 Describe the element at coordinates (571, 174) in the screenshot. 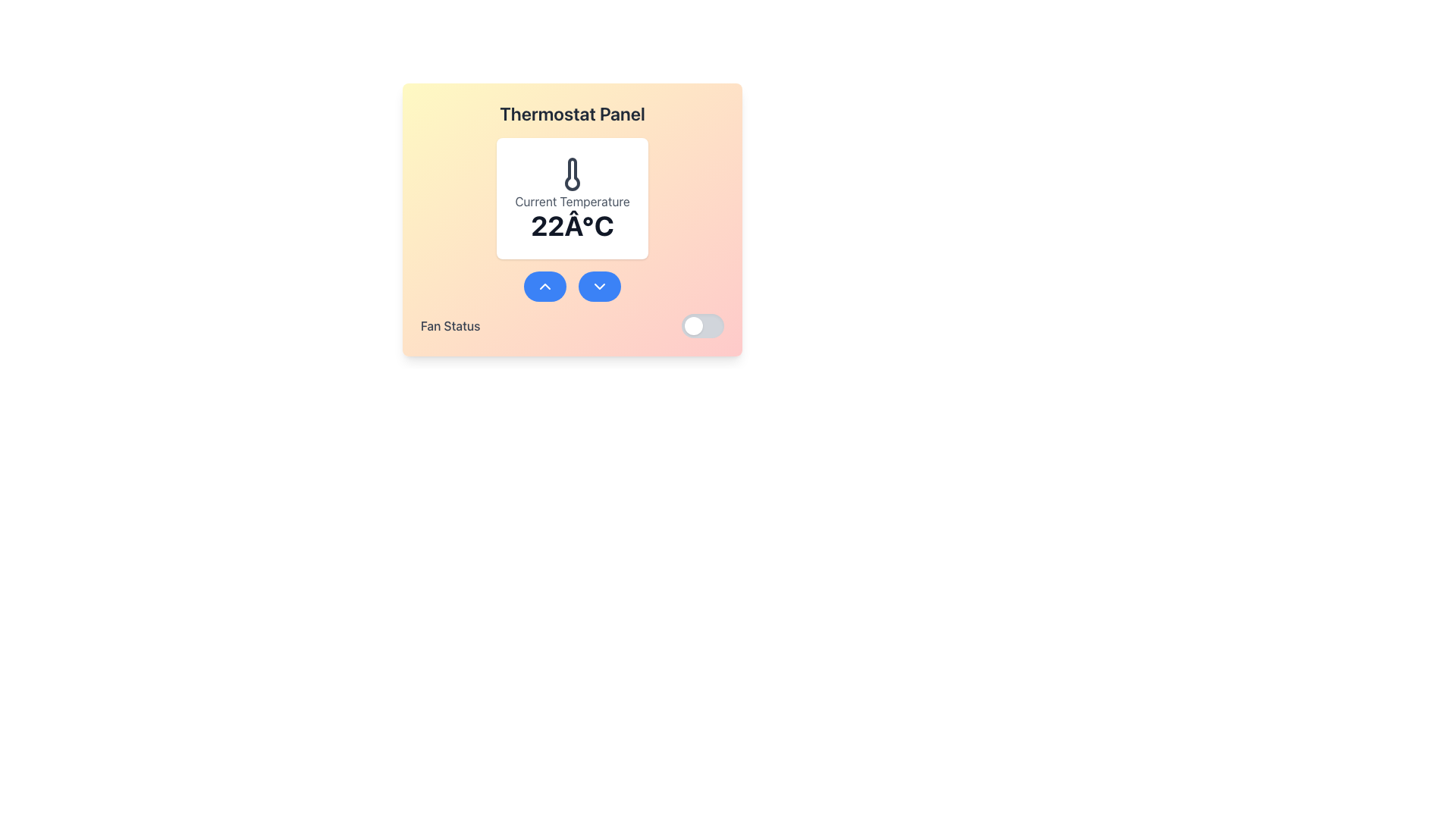

I see `the thermometer icon located at the top of the information card, which visually represents temperature measurement, positioned directly above the 'Current Temperature' text` at that location.